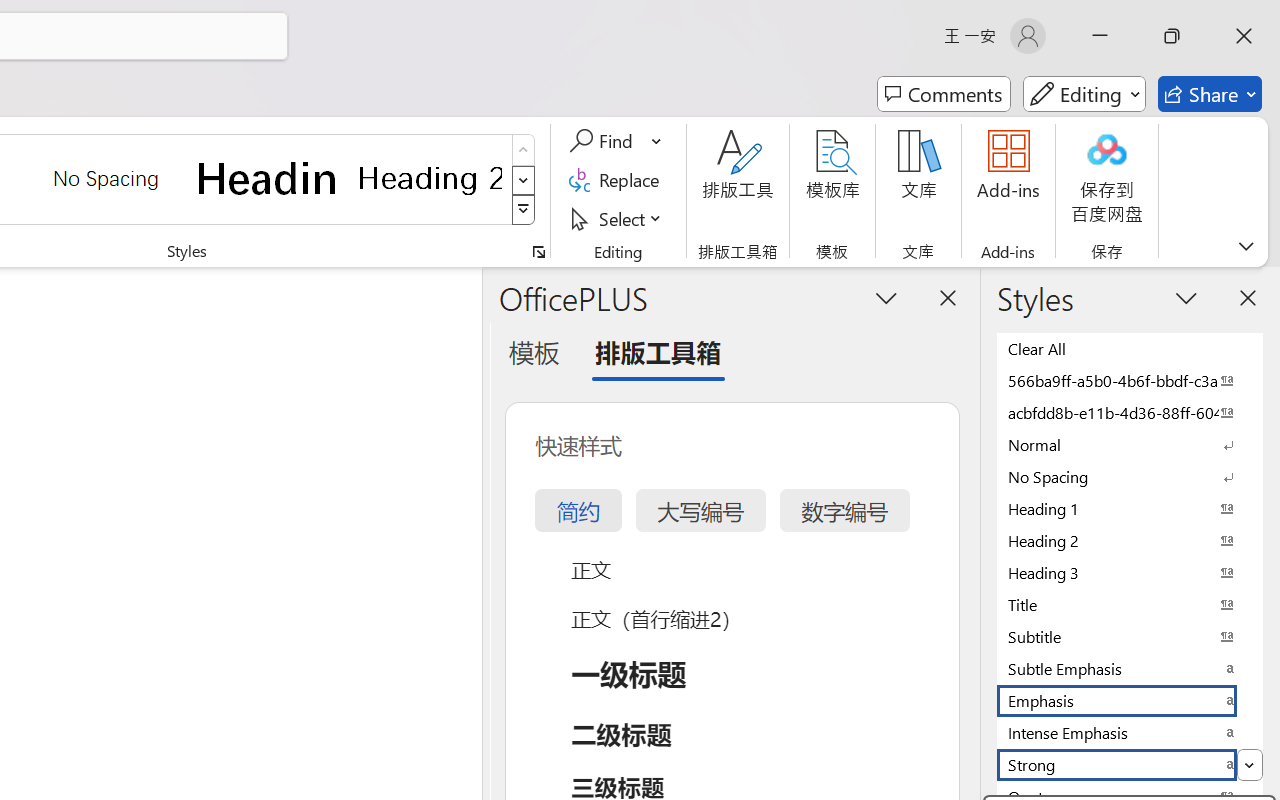 The image size is (1280, 800). I want to click on 'Close', so click(1243, 35).